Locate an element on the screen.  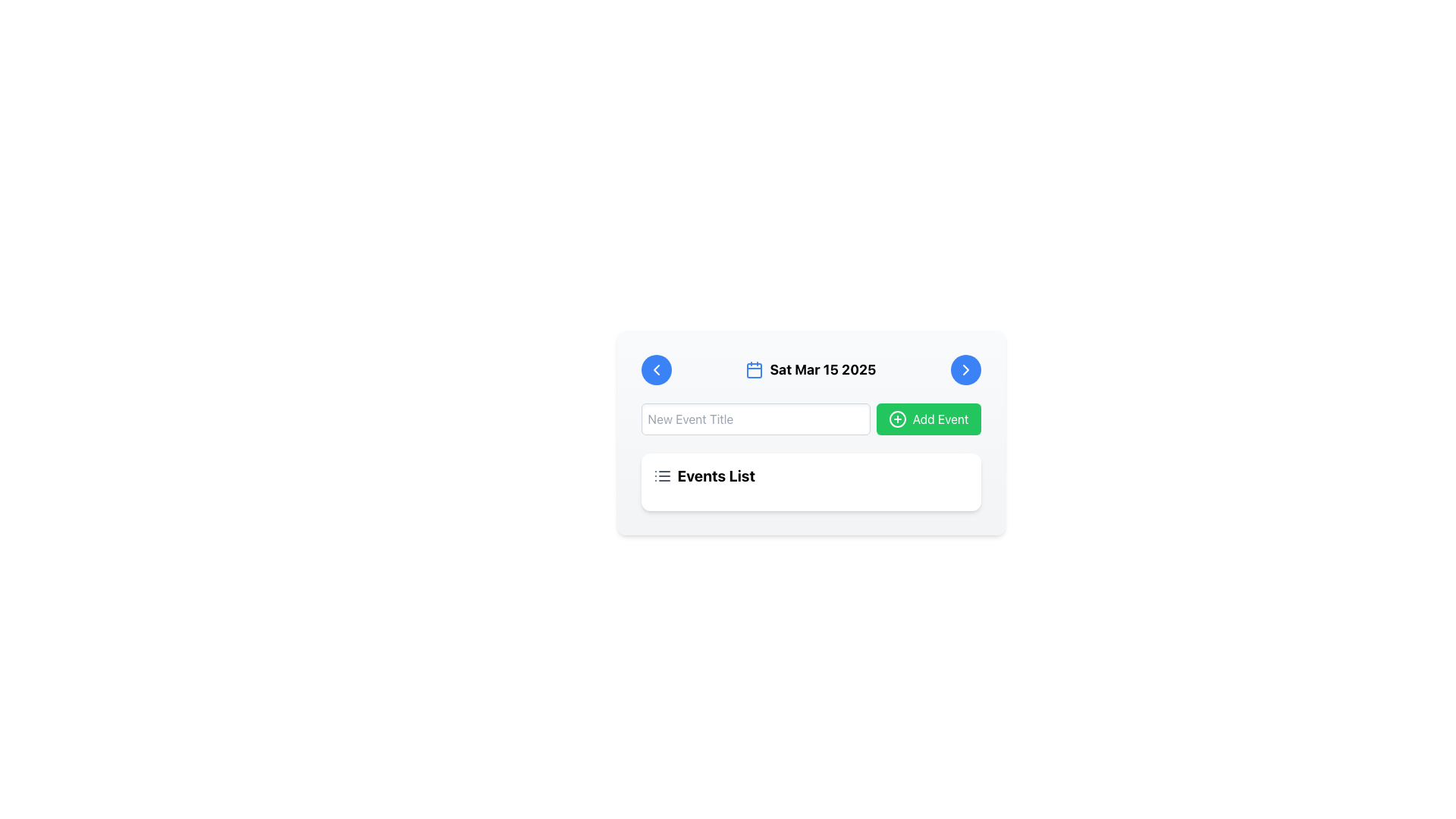
the icon located to the left of the 'Add Event' text within the green button to indicate the addition of new events is located at coordinates (897, 419).